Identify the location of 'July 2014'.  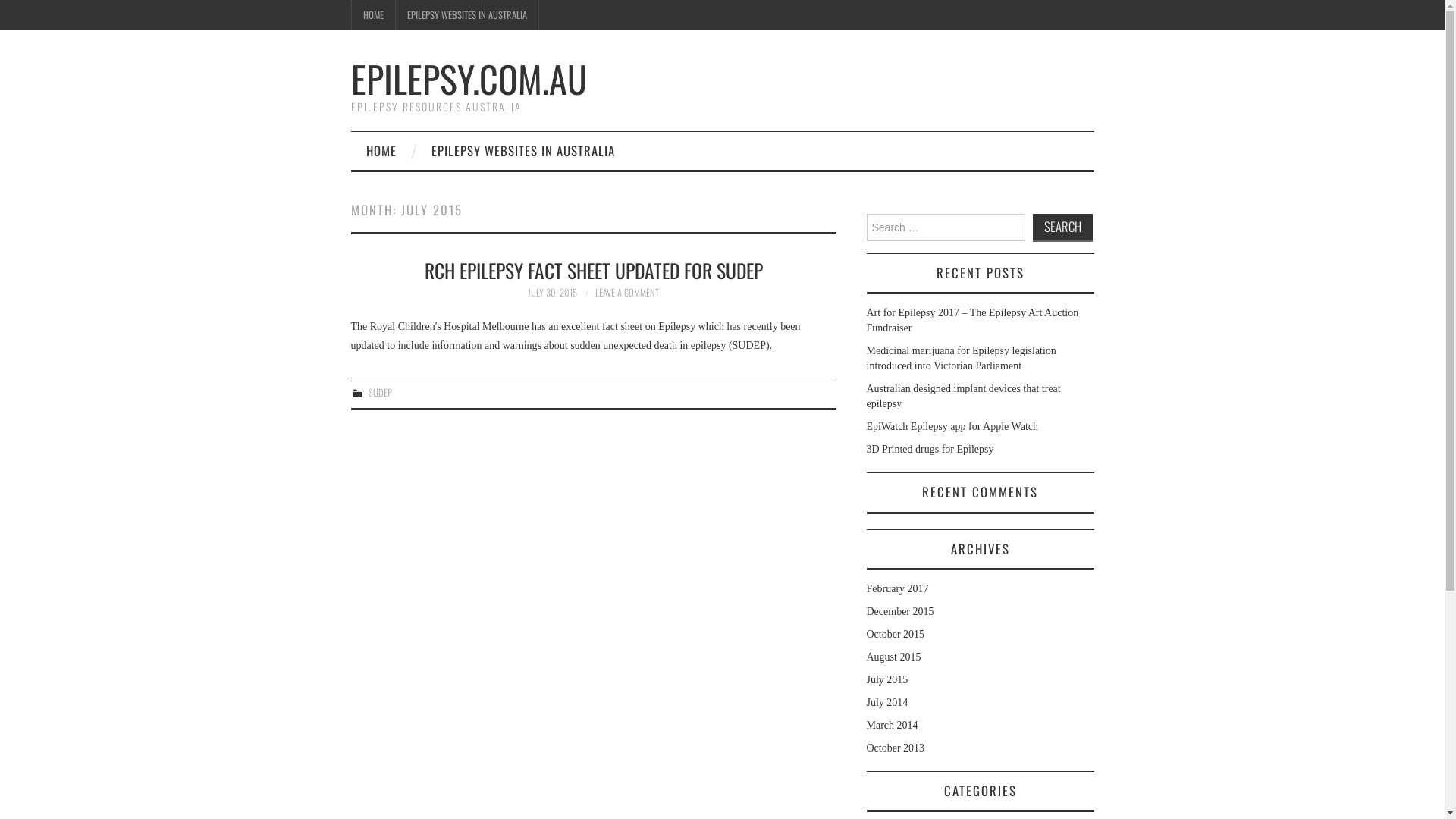
(886, 702).